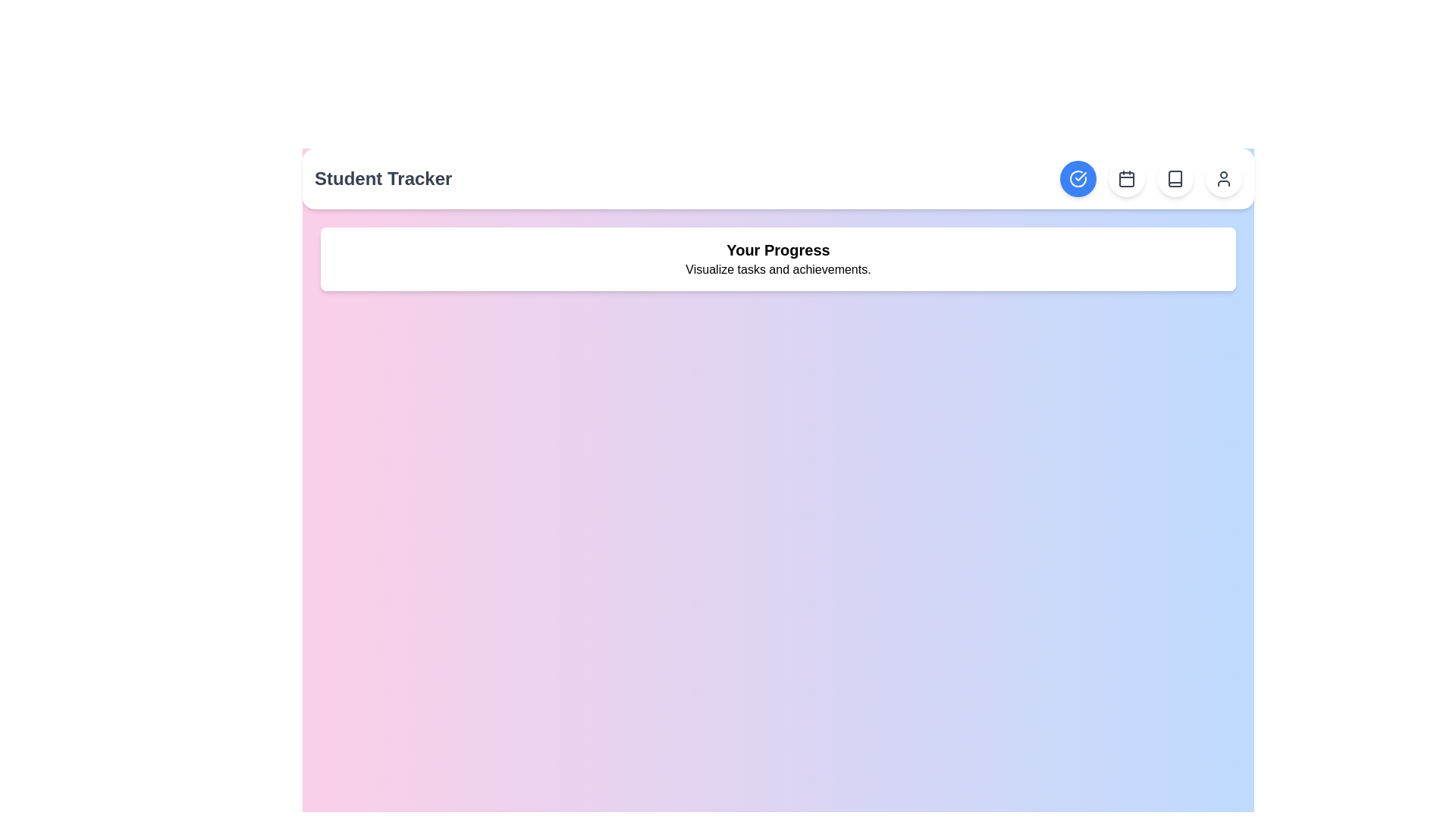  I want to click on the rounded circular button with a book icon, located in the top-right corner of the layout, for keyboard navigation, so click(1175, 177).